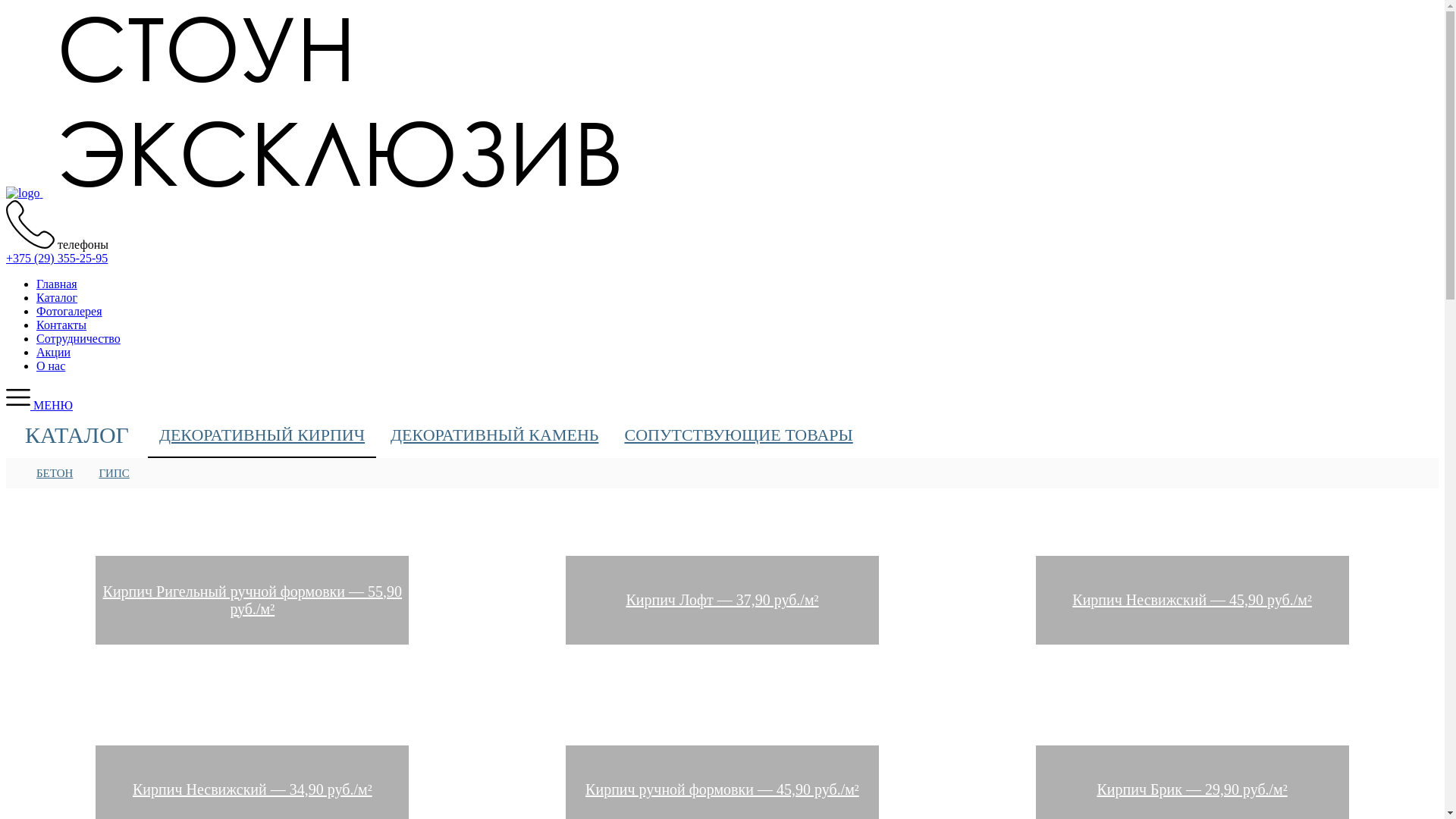 The image size is (1456, 819). I want to click on '+375 (29) 355-25-95', so click(6, 257).